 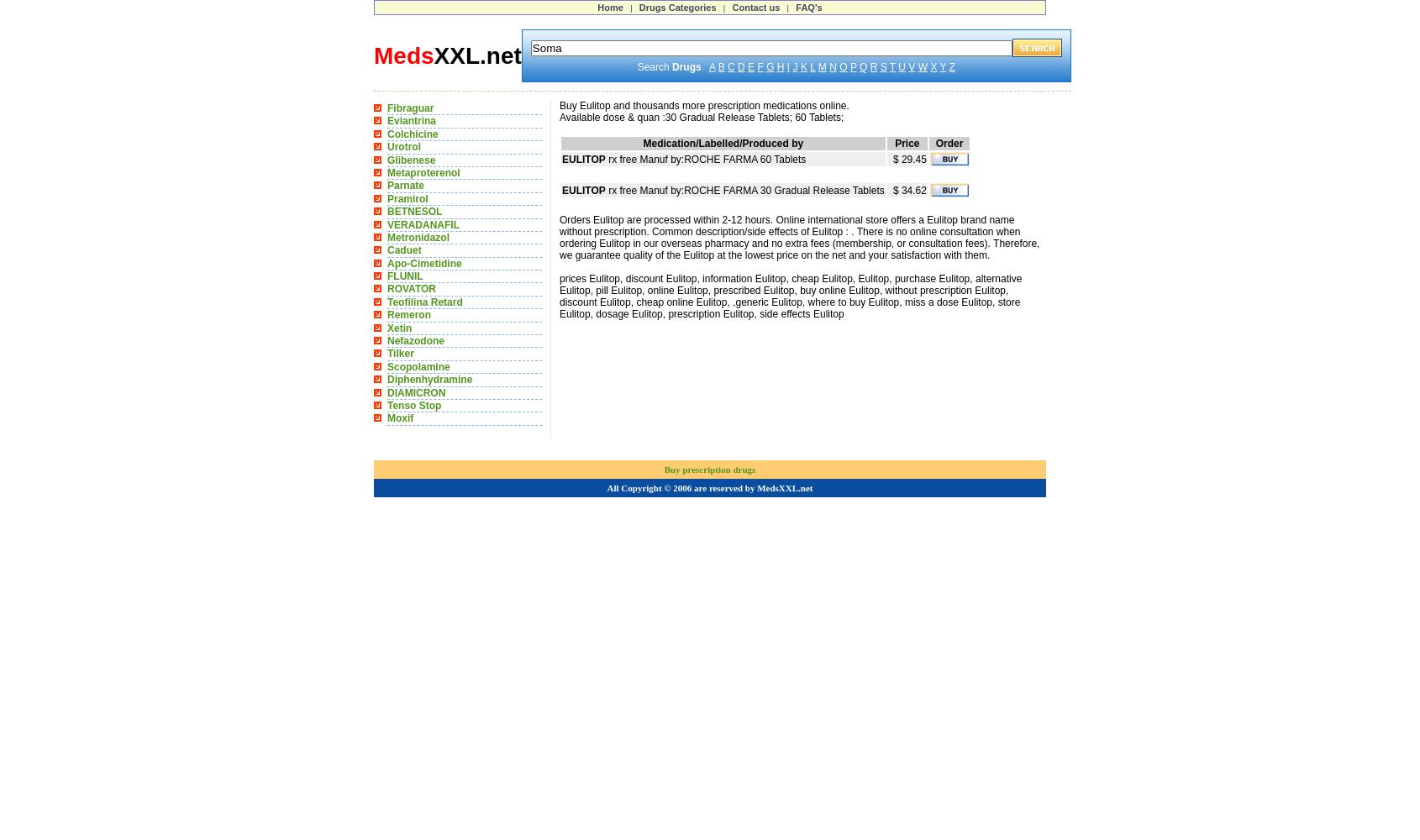 What do you see at coordinates (910, 66) in the screenshot?
I see `'V'` at bounding box center [910, 66].